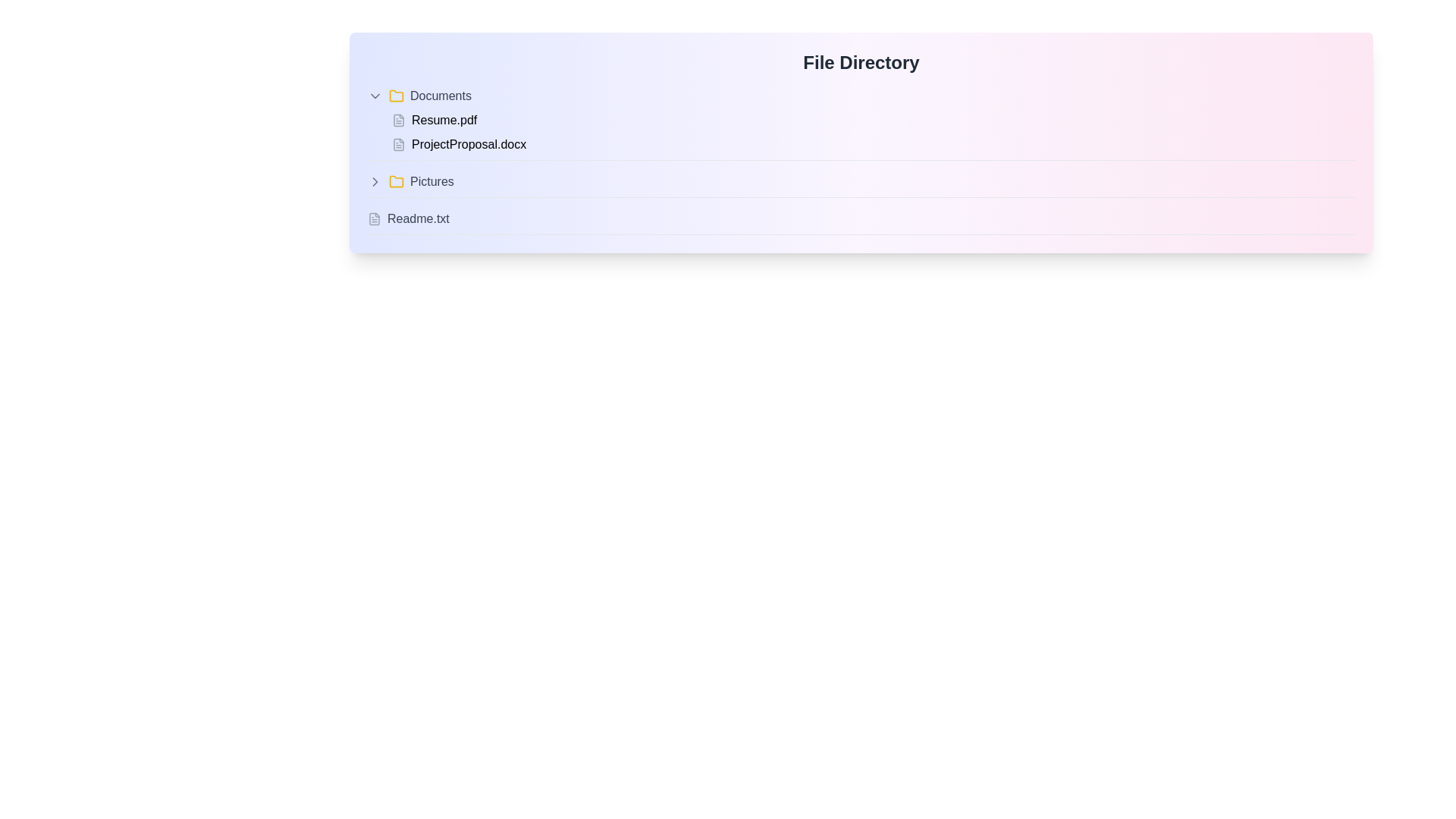  Describe the element at coordinates (861, 184) in the screenshot. I see `the 'Pictures' folder item` at that location.